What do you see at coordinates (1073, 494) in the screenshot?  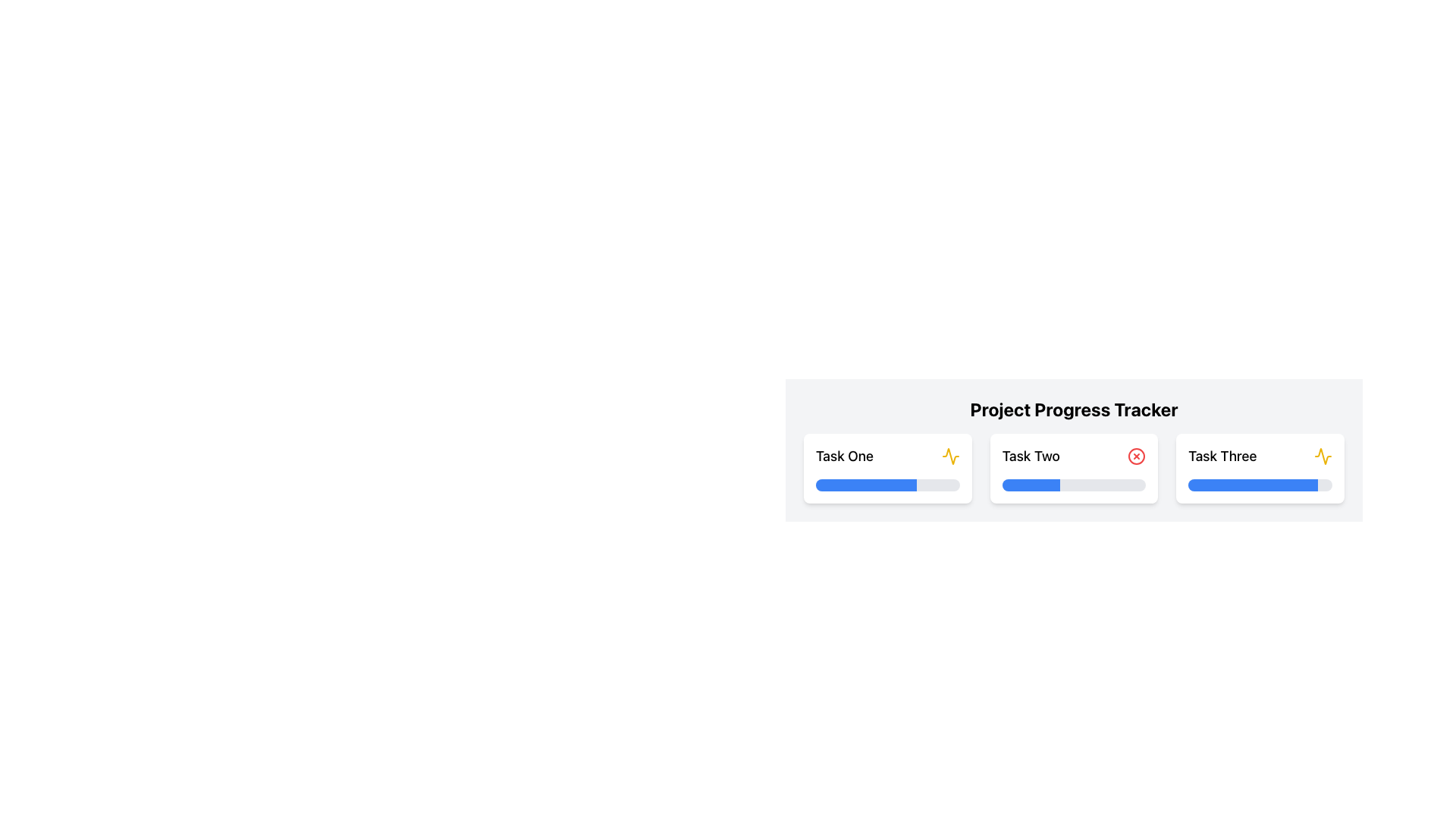 I see `the progress visually in the Progress Tracker Section, which is located centrally under the title 'Project Progress Tracker'` at bounding box center [1073, 494].